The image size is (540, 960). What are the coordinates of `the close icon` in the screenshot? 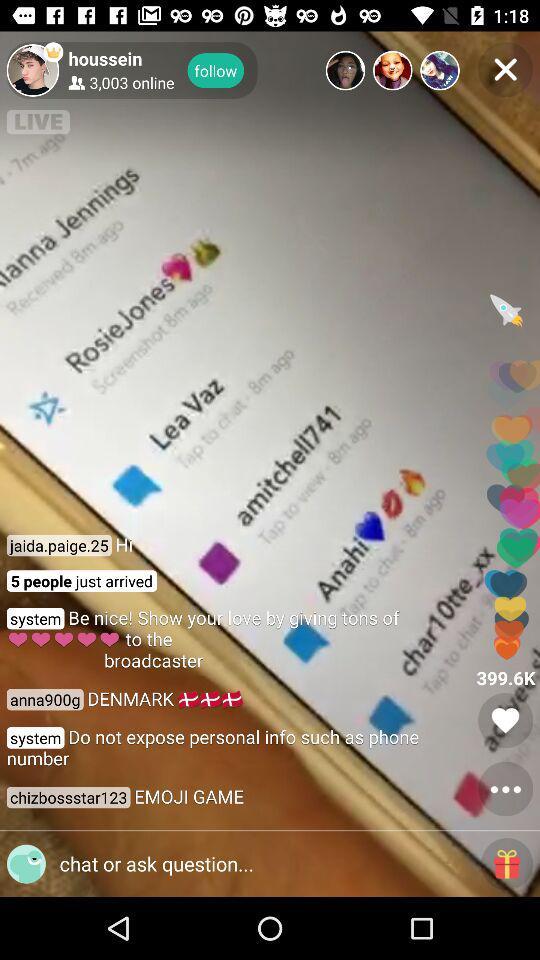 It's located at (504, 69).